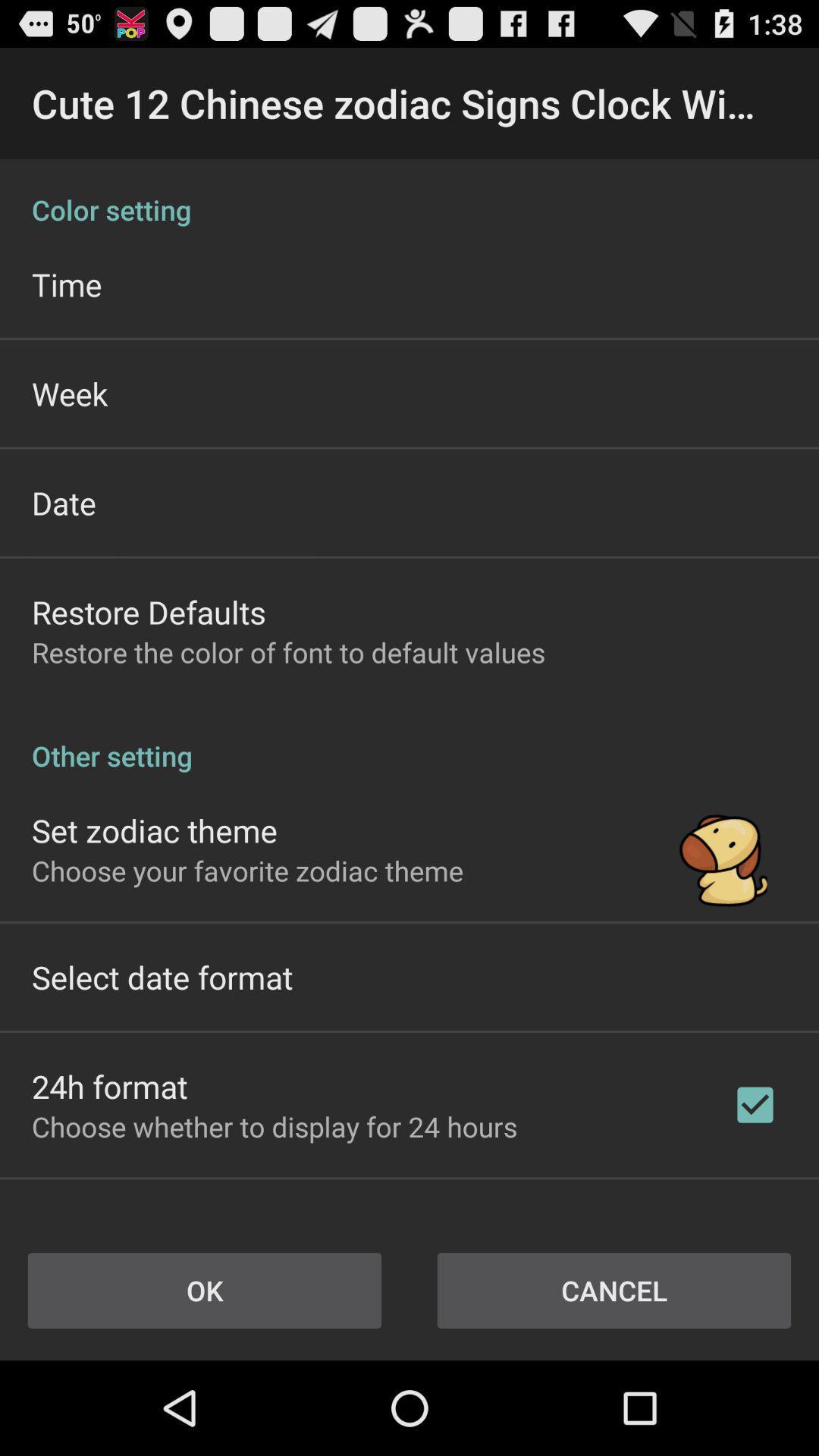  Describe the element at coordinates (288, 652) in the screenshot. I see `icon above other setting` at that location.